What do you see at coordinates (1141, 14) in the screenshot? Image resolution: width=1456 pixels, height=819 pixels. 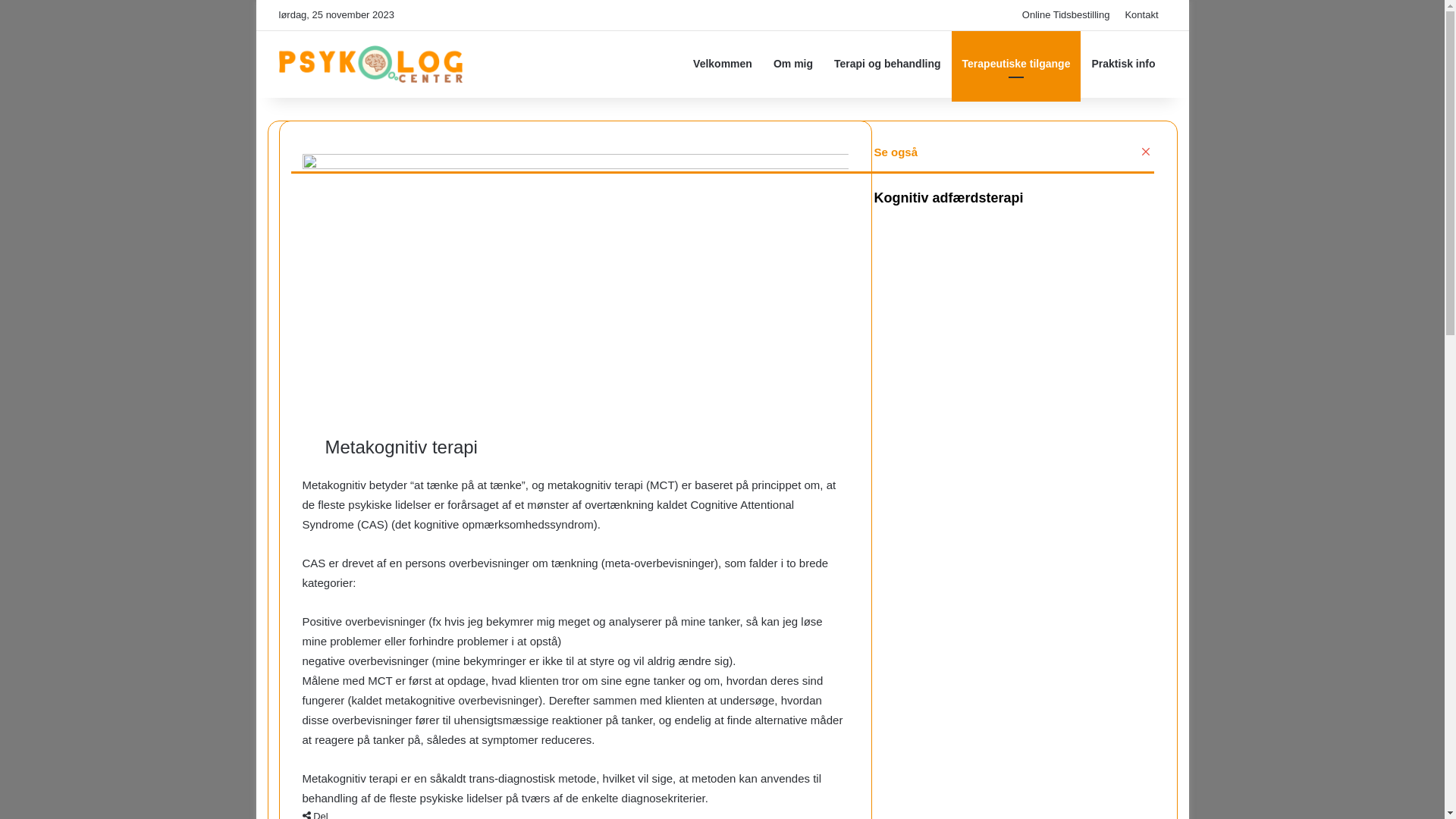 I see `'Kontakt'` at bounding box center [1141, 14].